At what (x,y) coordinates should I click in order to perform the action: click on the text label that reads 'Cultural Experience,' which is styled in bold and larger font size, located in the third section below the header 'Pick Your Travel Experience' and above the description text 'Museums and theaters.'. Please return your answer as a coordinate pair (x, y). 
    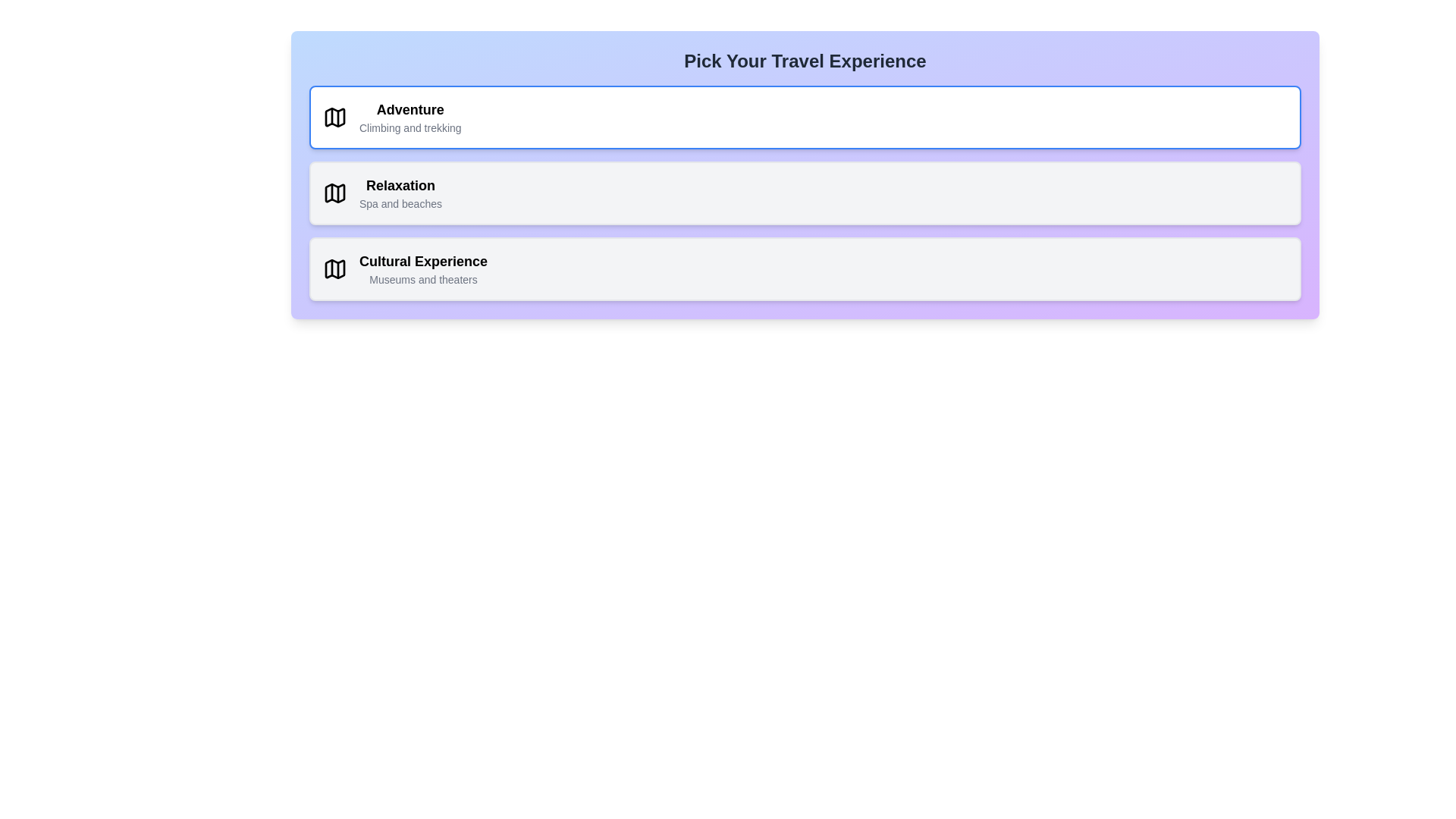
    Looking at the image, I should click on (423, 260).